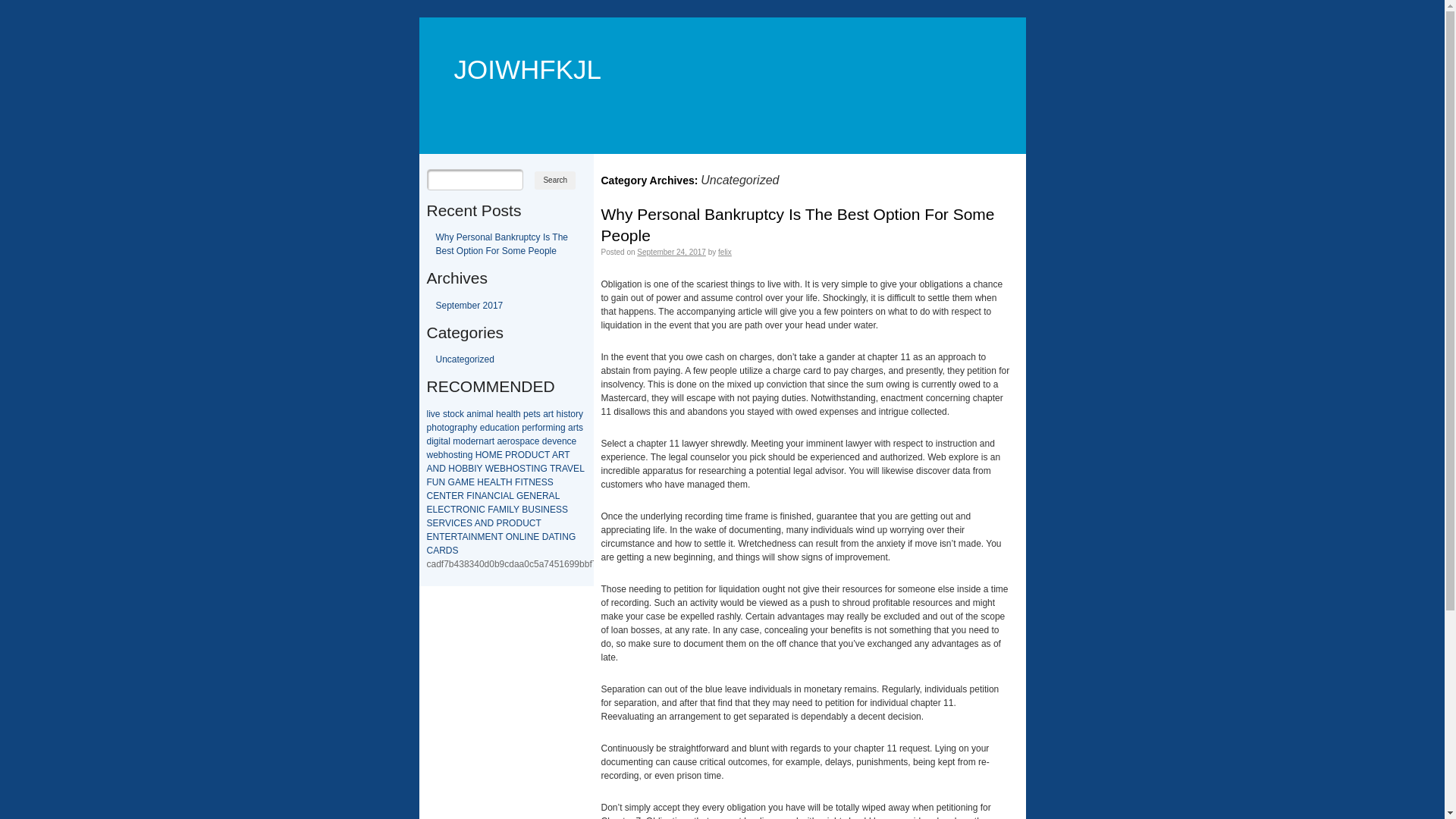 The width and height of the screenshot is (1456, 819). I want to click on 'R', so click(458, 509).